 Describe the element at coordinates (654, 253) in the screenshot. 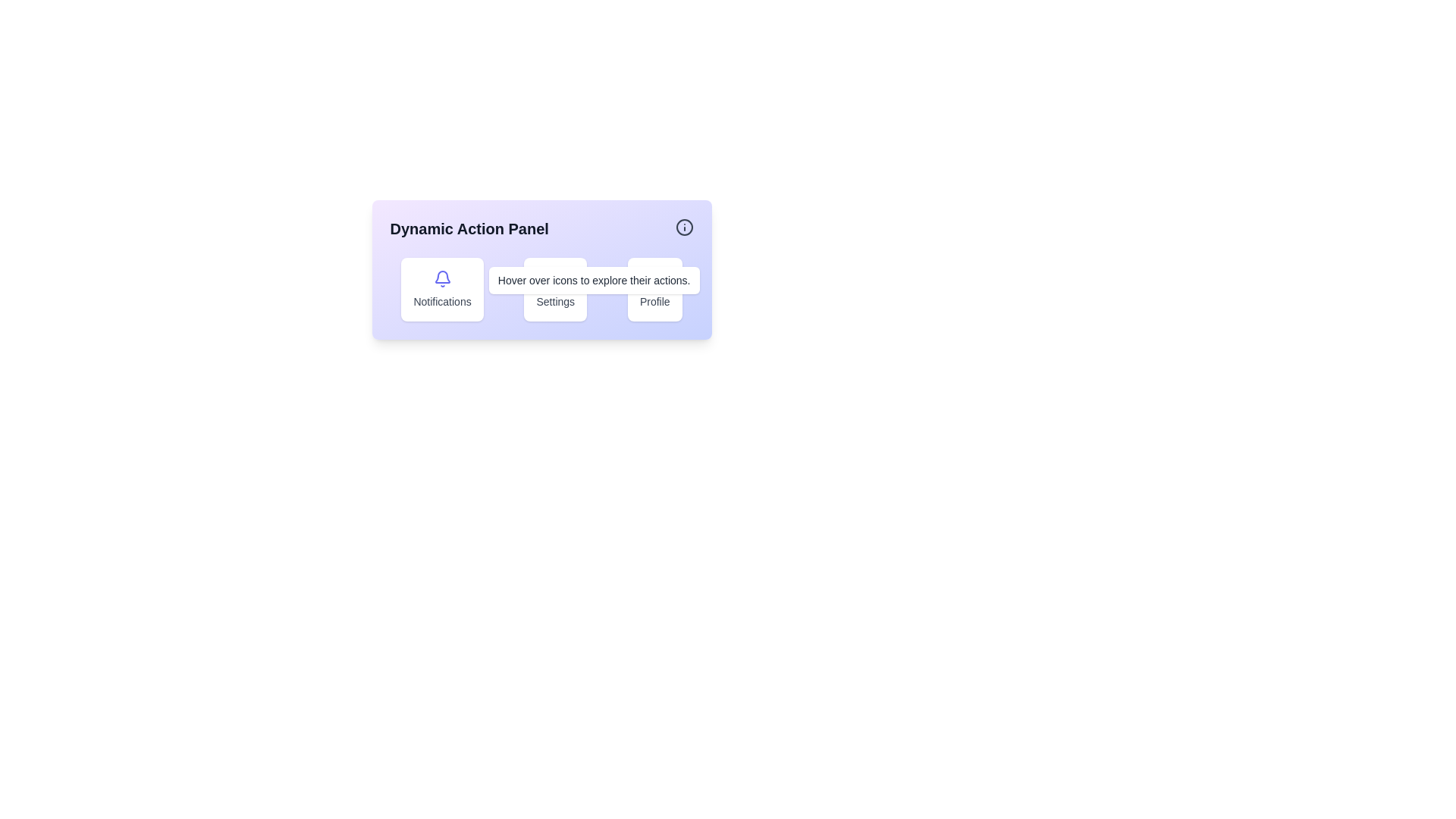

I see `the Tooltip that provides additional information about the 'Profile' button, located at the top center of the button` at that location.